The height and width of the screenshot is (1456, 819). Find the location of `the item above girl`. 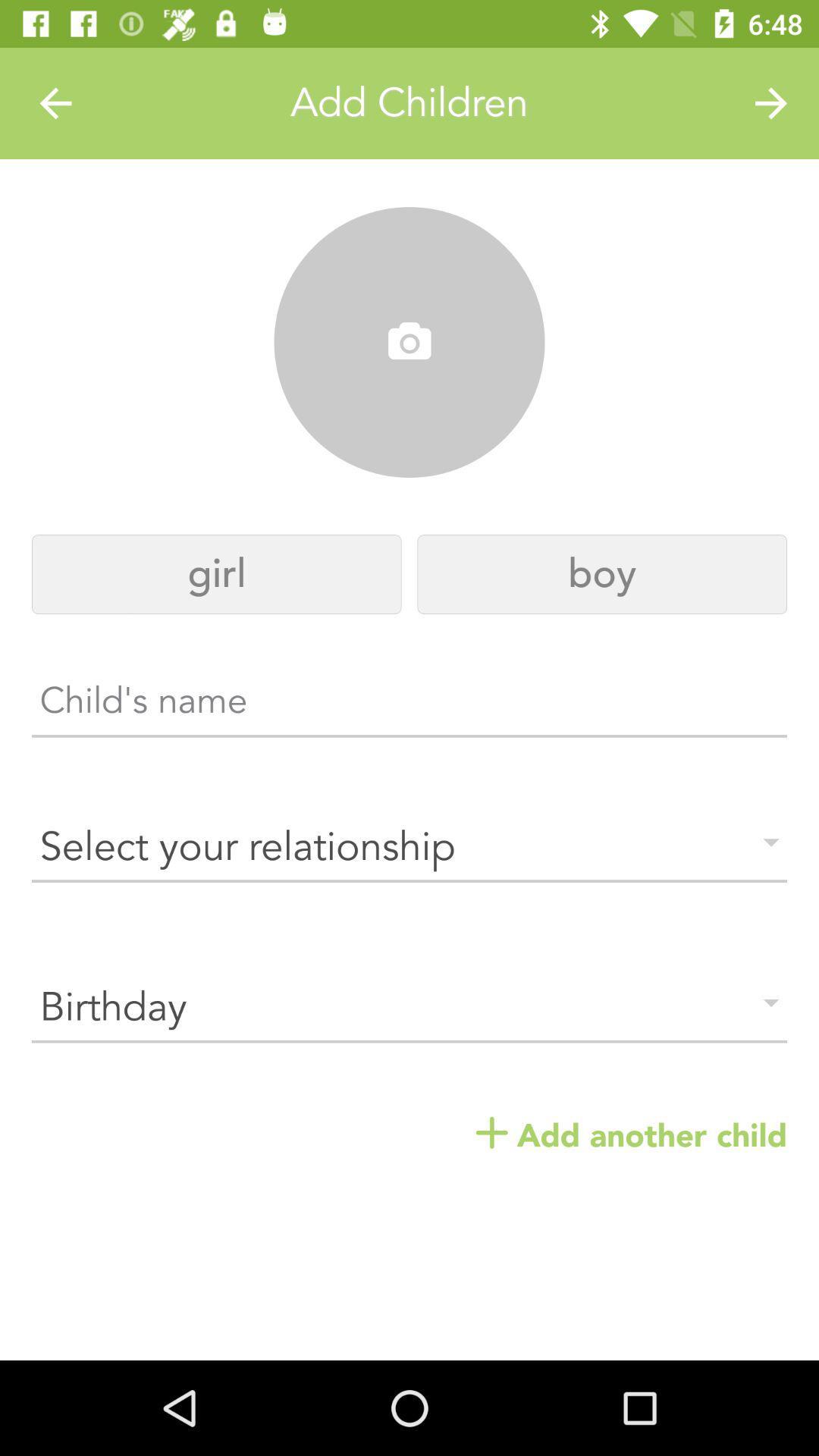

the item above girl is located at coordinates (409, 342).